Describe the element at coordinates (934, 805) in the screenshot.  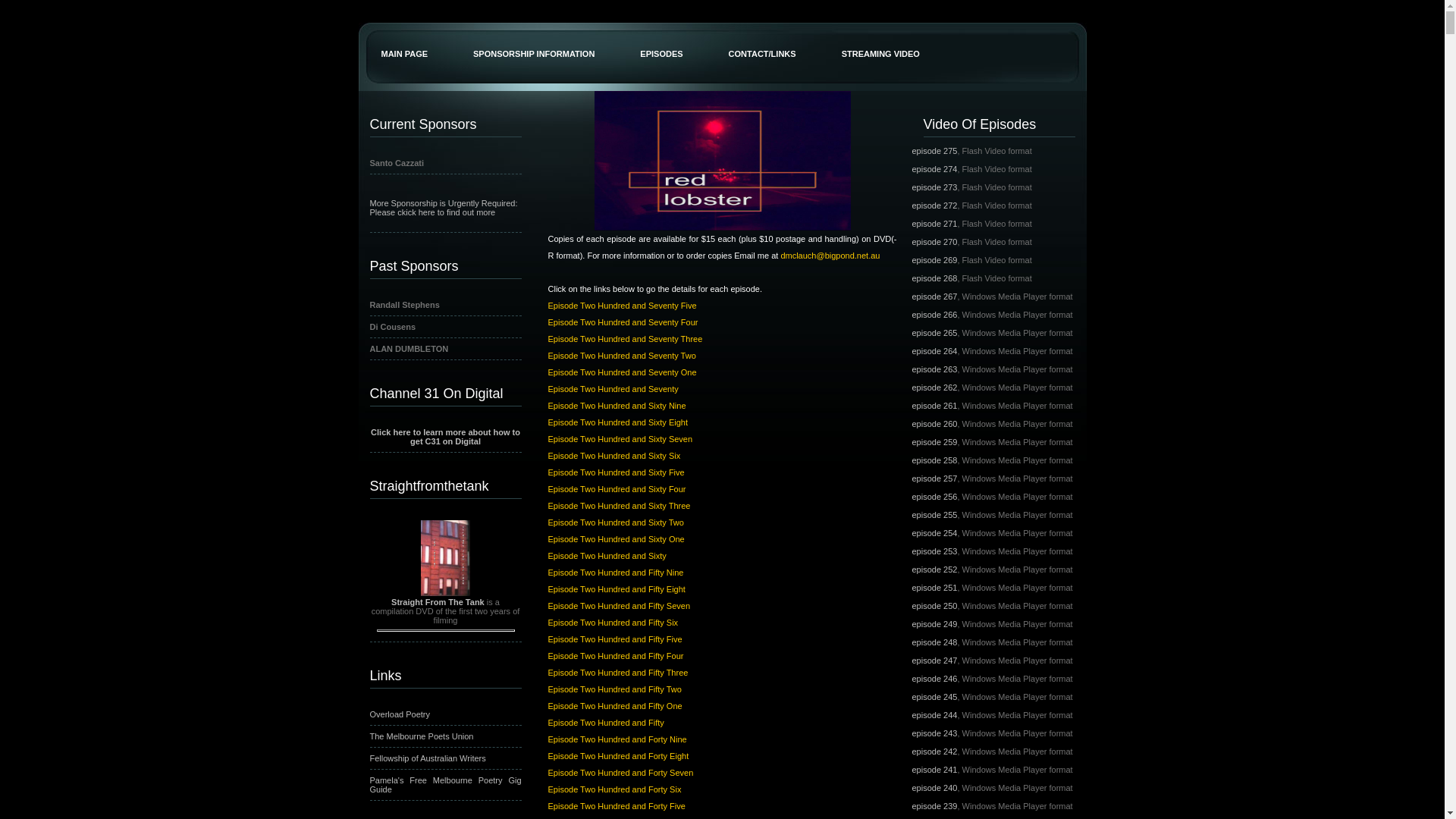
I see `'episode 239'` at that location.